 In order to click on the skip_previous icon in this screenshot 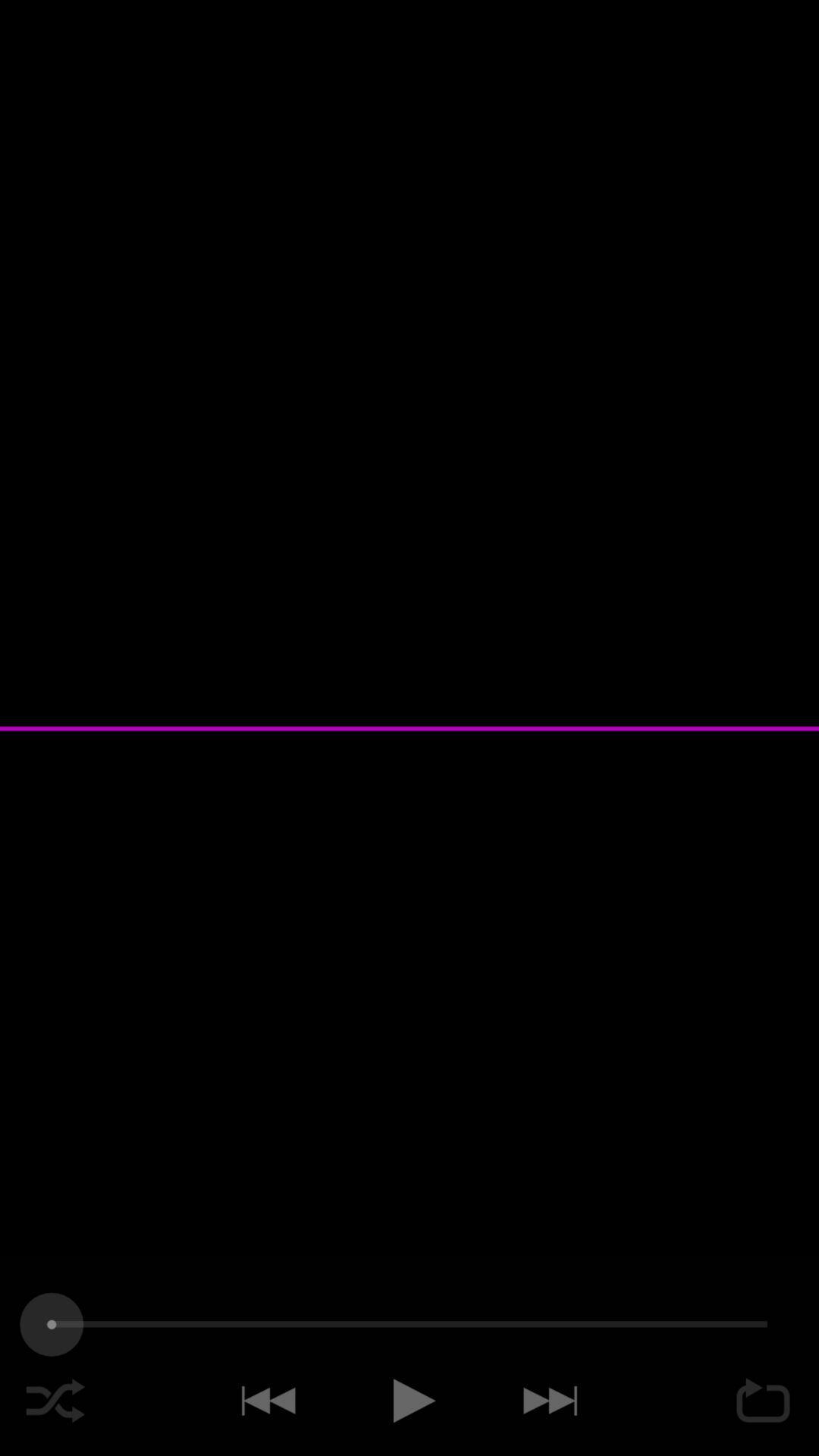, I will do `click(265, 1400)`.